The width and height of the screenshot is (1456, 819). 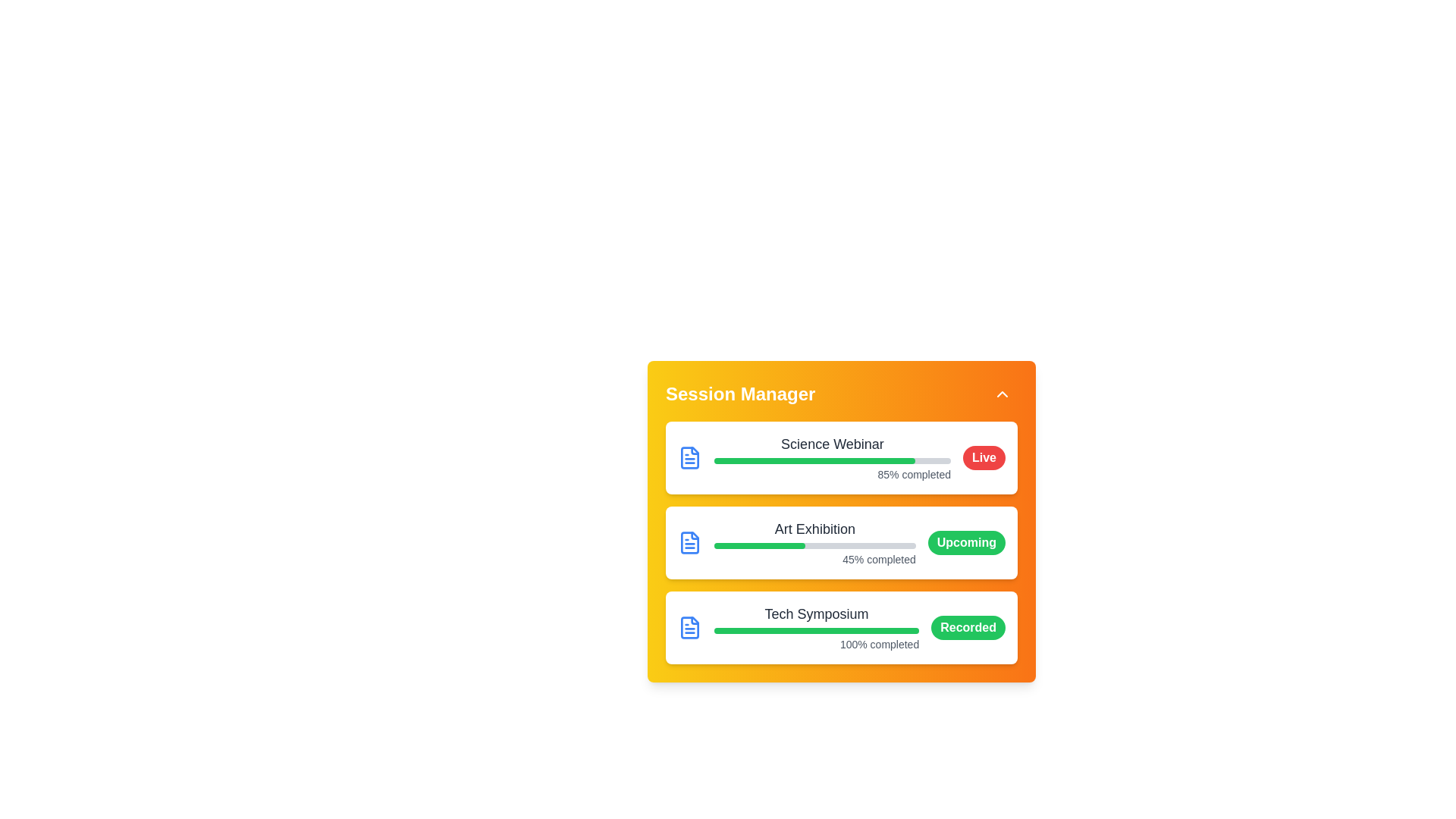 I want to click on the Progress Bar indicating 45% completion for the 'Art Exhibition' event, which is located beneath the title 'Art Exhibition' and above the text '45% completed', so click(x=814, y=546).